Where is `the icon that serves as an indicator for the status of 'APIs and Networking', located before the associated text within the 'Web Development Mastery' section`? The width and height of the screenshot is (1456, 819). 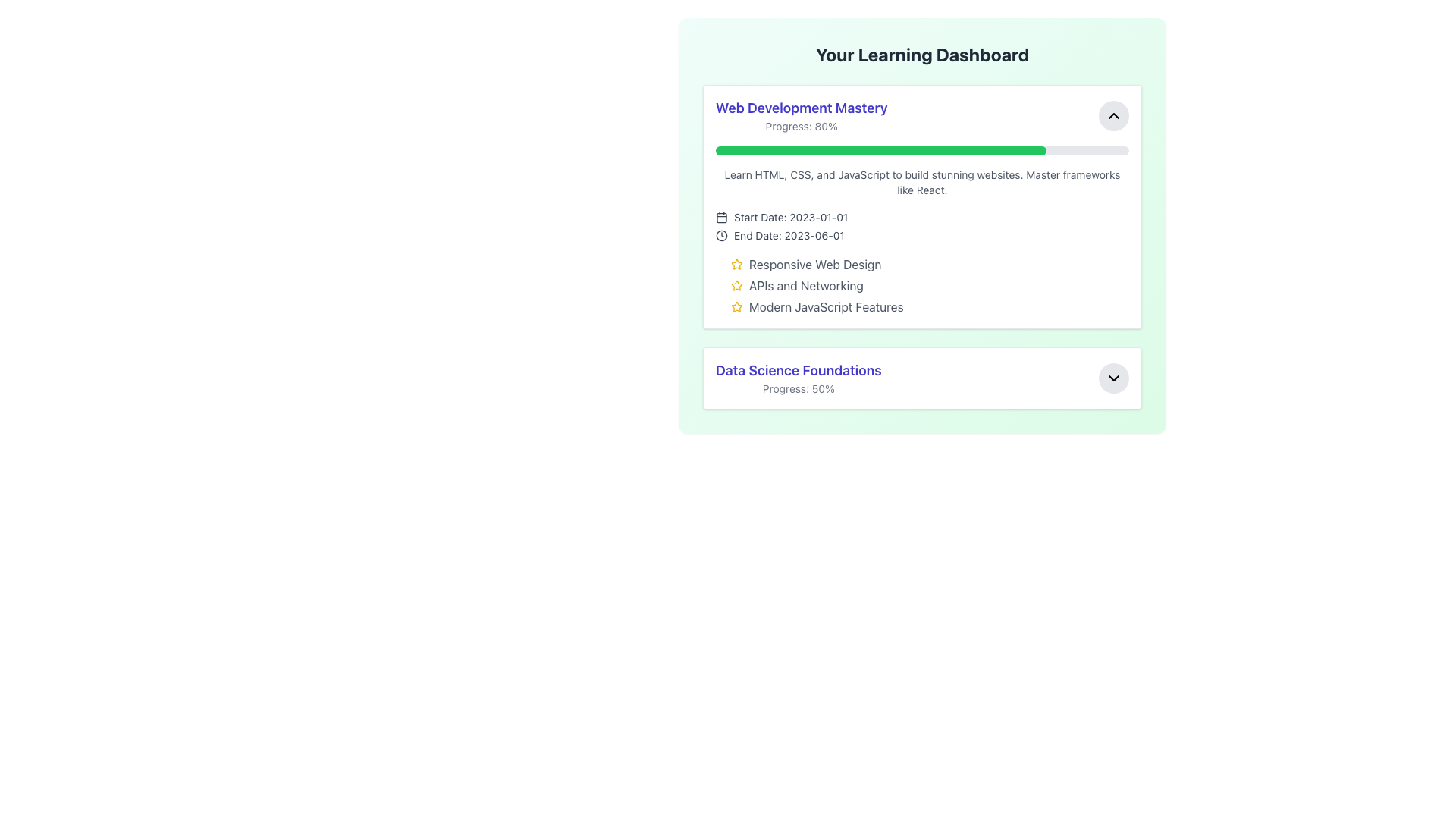 the icon that serves as an indicator for the status of 'APIs and Networking', located before the associated text within the 'Web Development Mastery' section is located at coordinates (736, 286).